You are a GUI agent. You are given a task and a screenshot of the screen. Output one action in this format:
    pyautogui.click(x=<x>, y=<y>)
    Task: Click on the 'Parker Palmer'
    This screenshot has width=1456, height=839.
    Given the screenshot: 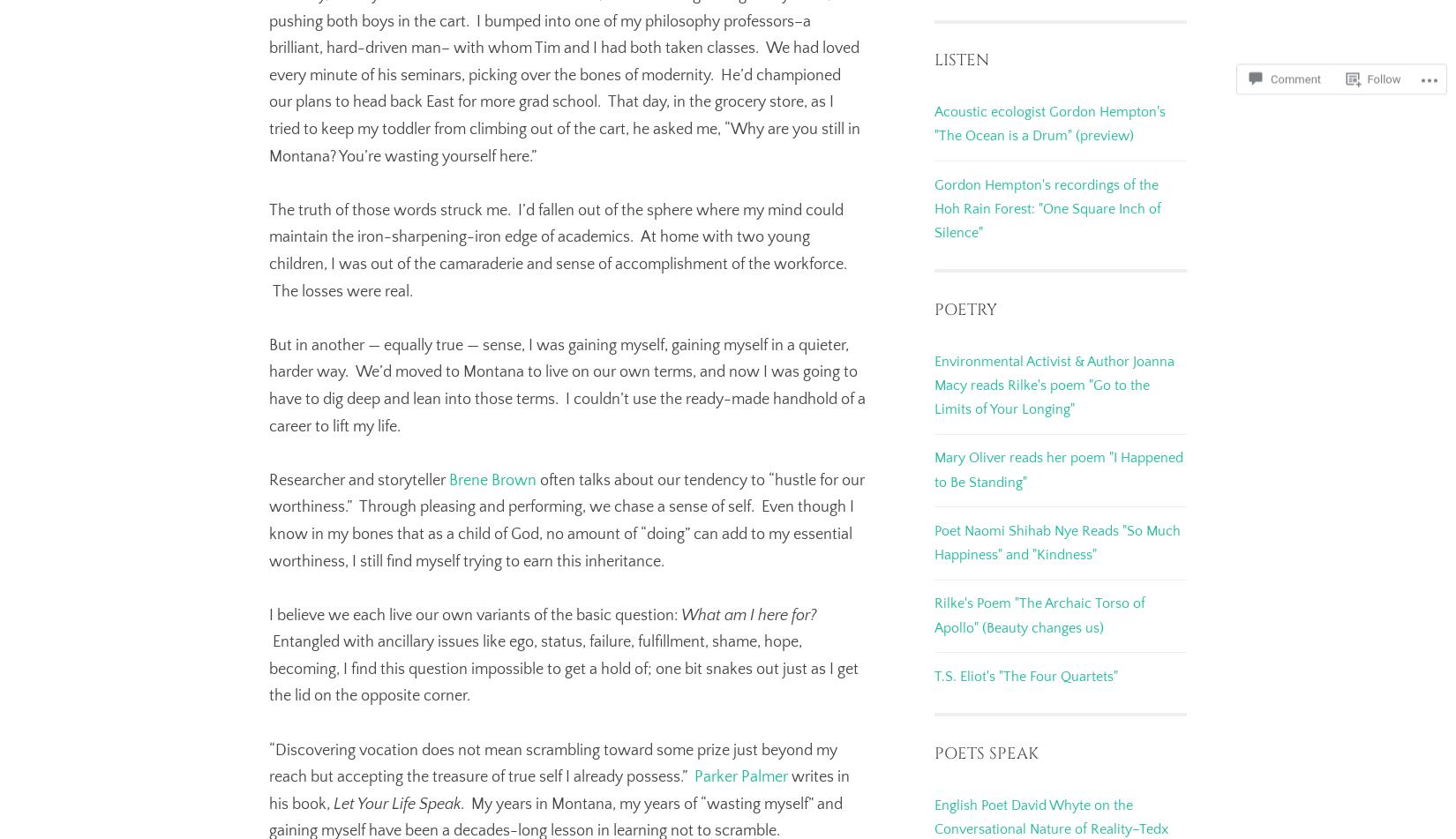 What is the action you would take?
    pyautogui.click(x=741, y=776)
    